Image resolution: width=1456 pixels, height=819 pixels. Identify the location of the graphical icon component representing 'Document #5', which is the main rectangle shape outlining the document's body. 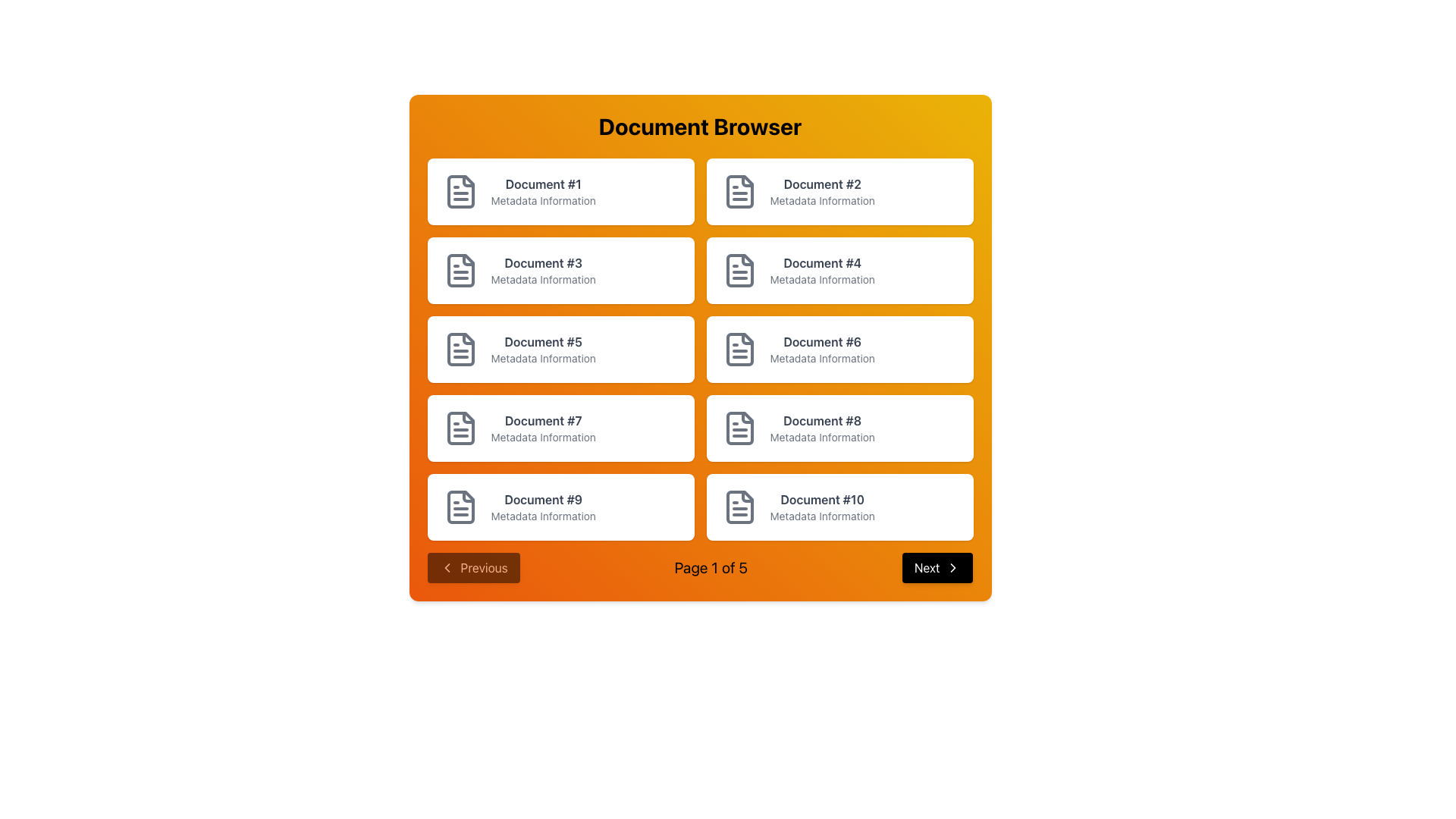
(460, 350).